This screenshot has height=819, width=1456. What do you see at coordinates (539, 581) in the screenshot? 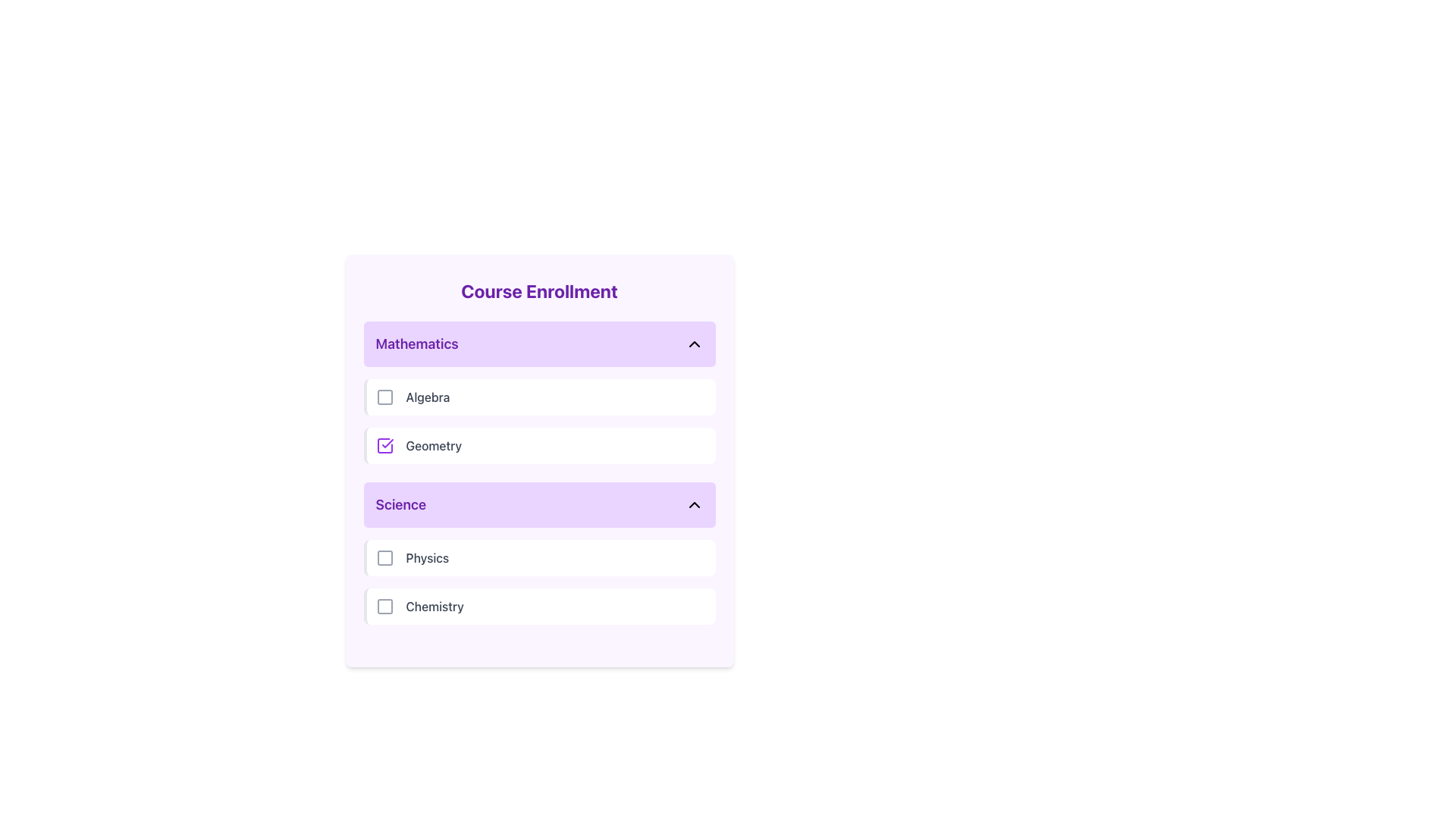
I see `the 'Physics' or 'Chemistry' item in the List group with selectable items under the 'Science' section` at bounding box center [539, 581].